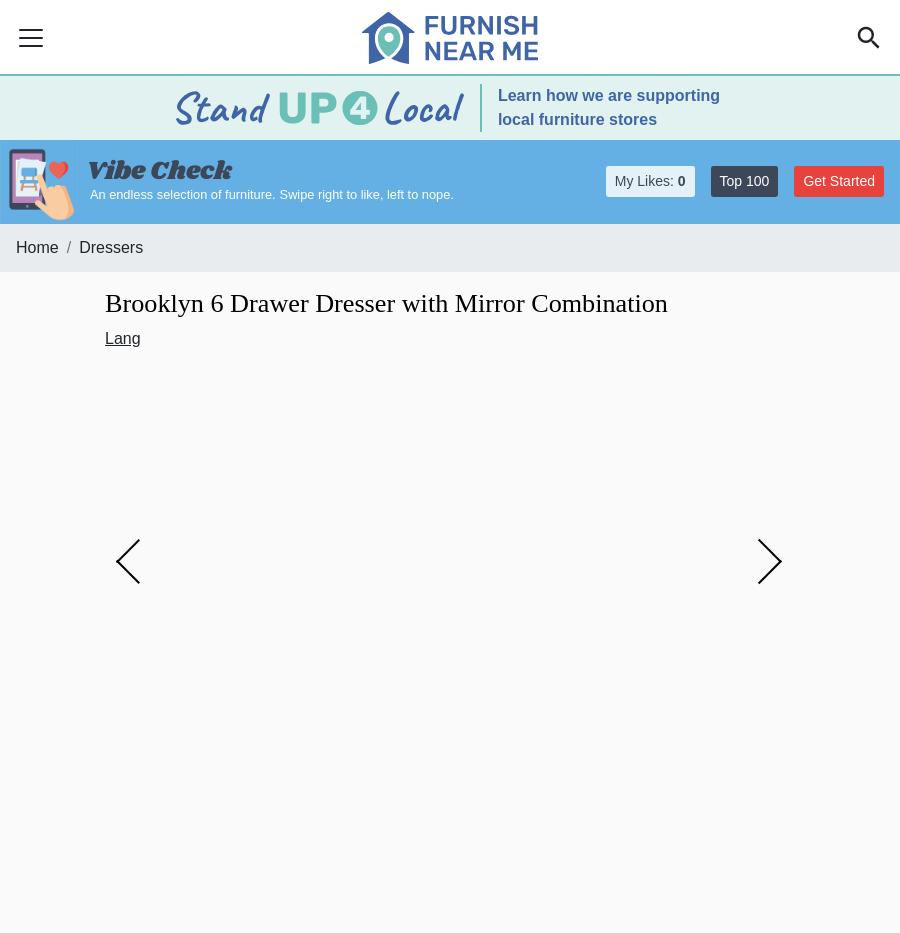 This screenshot has height=933, width=900. What do you see at coordinates (802, 181) in the screenshot?
I see `'Get Started'` at bounding box center [802, 181].